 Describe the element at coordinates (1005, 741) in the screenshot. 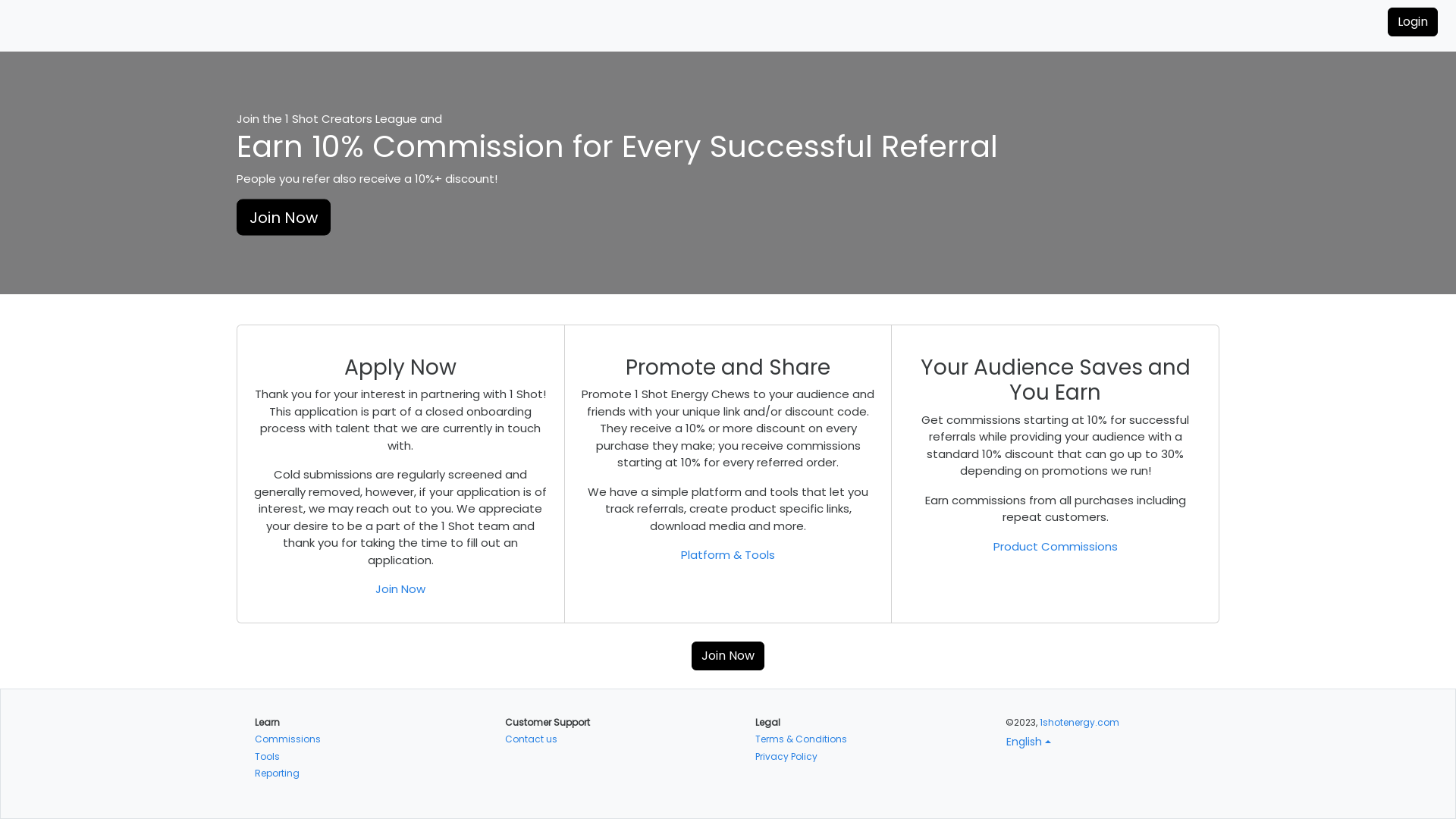

I see `'English'` at that location.